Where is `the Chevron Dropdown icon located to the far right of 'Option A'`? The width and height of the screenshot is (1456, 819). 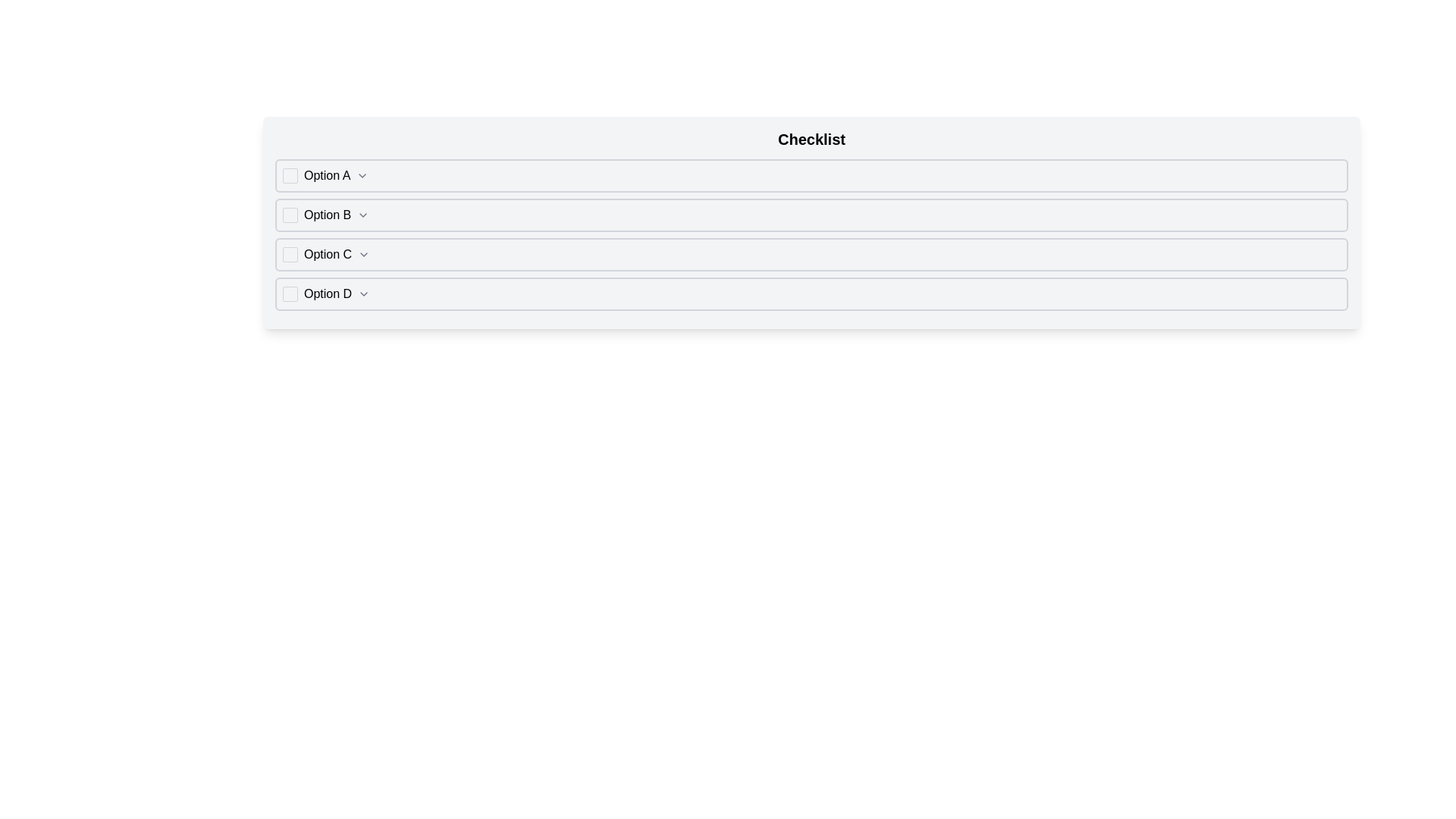
the Chevron Dropdown icon located to the far right of 'Option A' is located at coordinates (362, 174).